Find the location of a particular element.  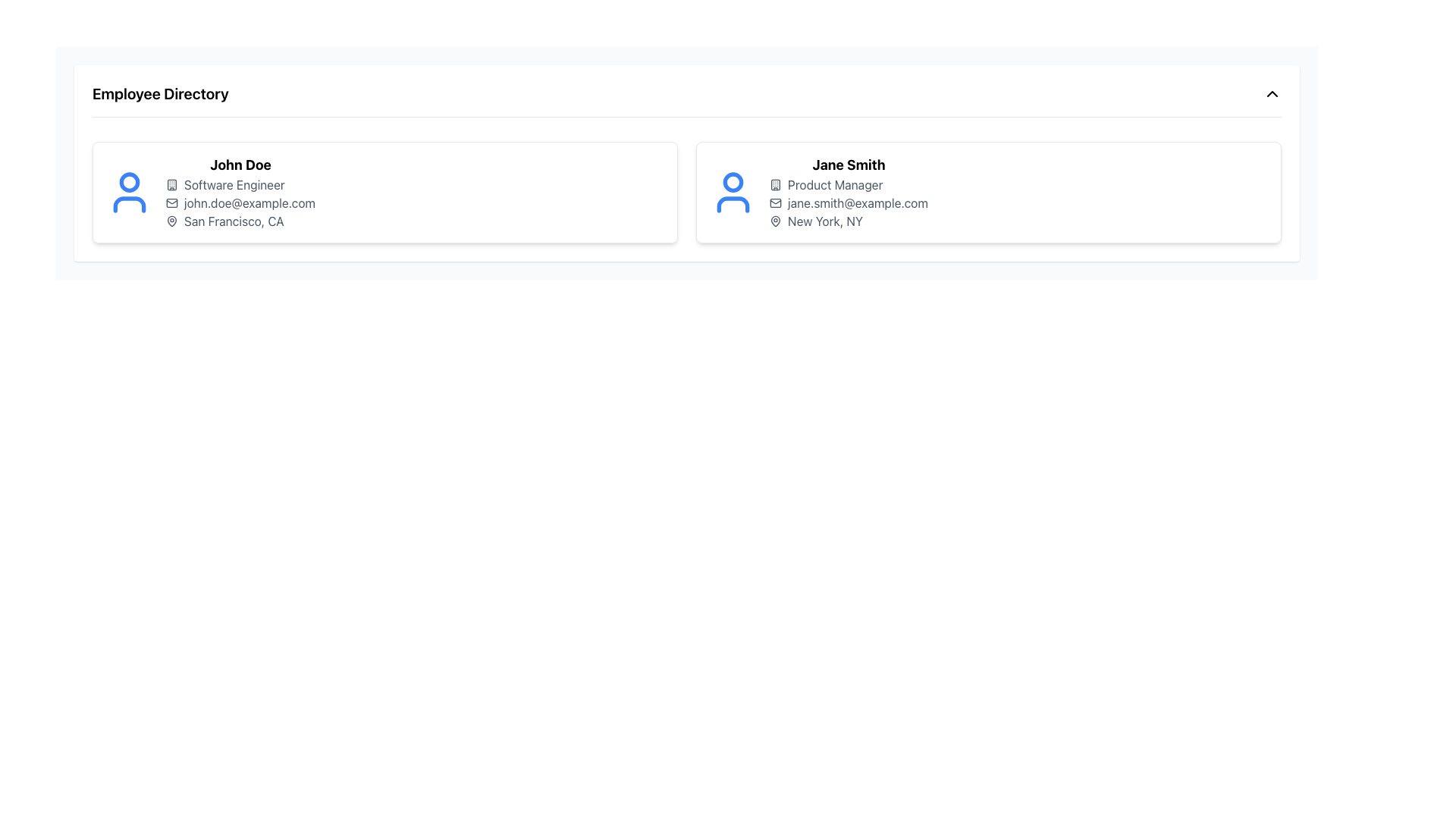

the Icon Decoration, which is a curved line segment forming the lower part of the user icon for 'John Doe' in the employee directory card is located at coordinates (130, 205).